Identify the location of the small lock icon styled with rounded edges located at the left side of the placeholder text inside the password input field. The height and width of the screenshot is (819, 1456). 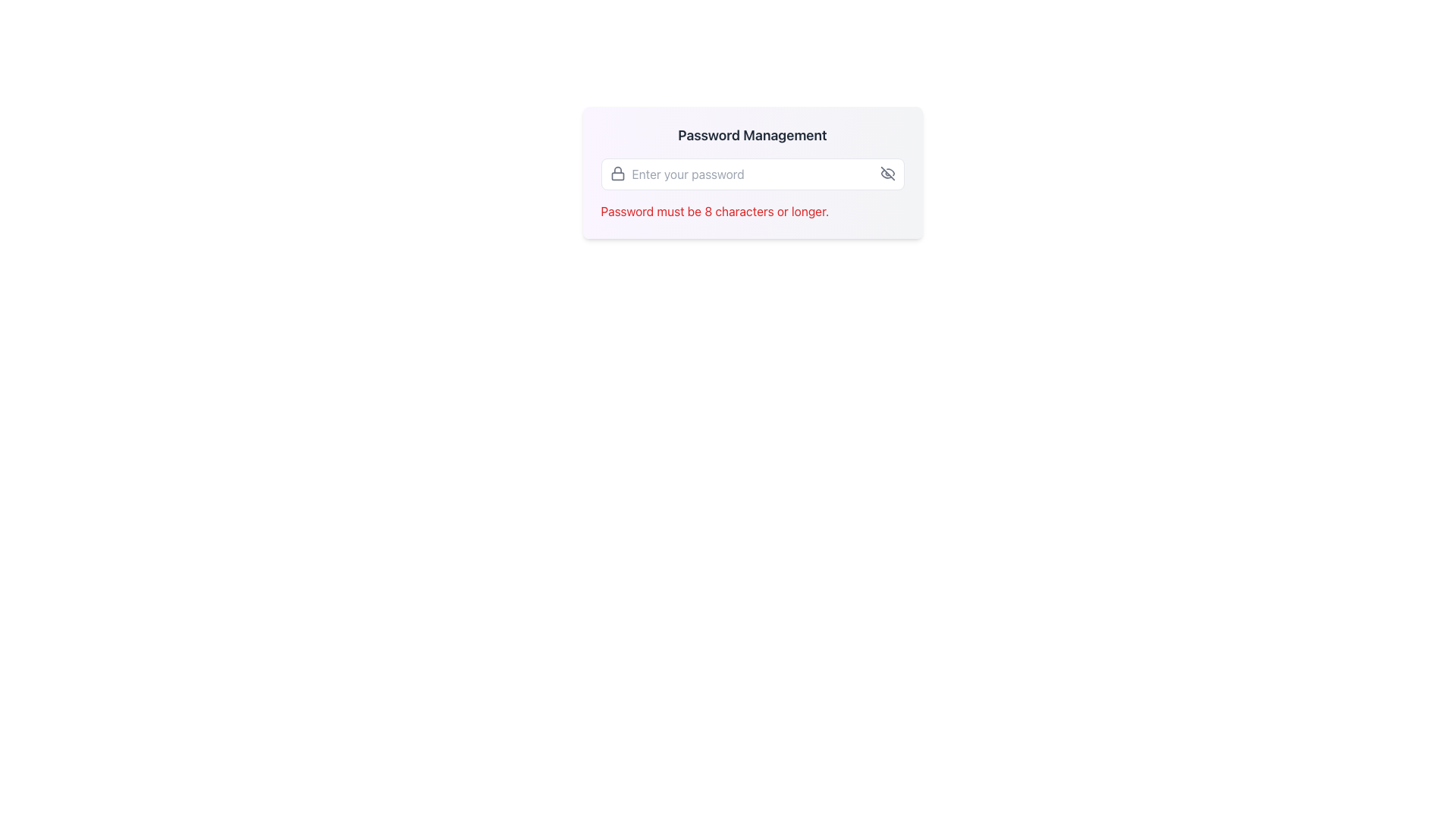
(617, 172).